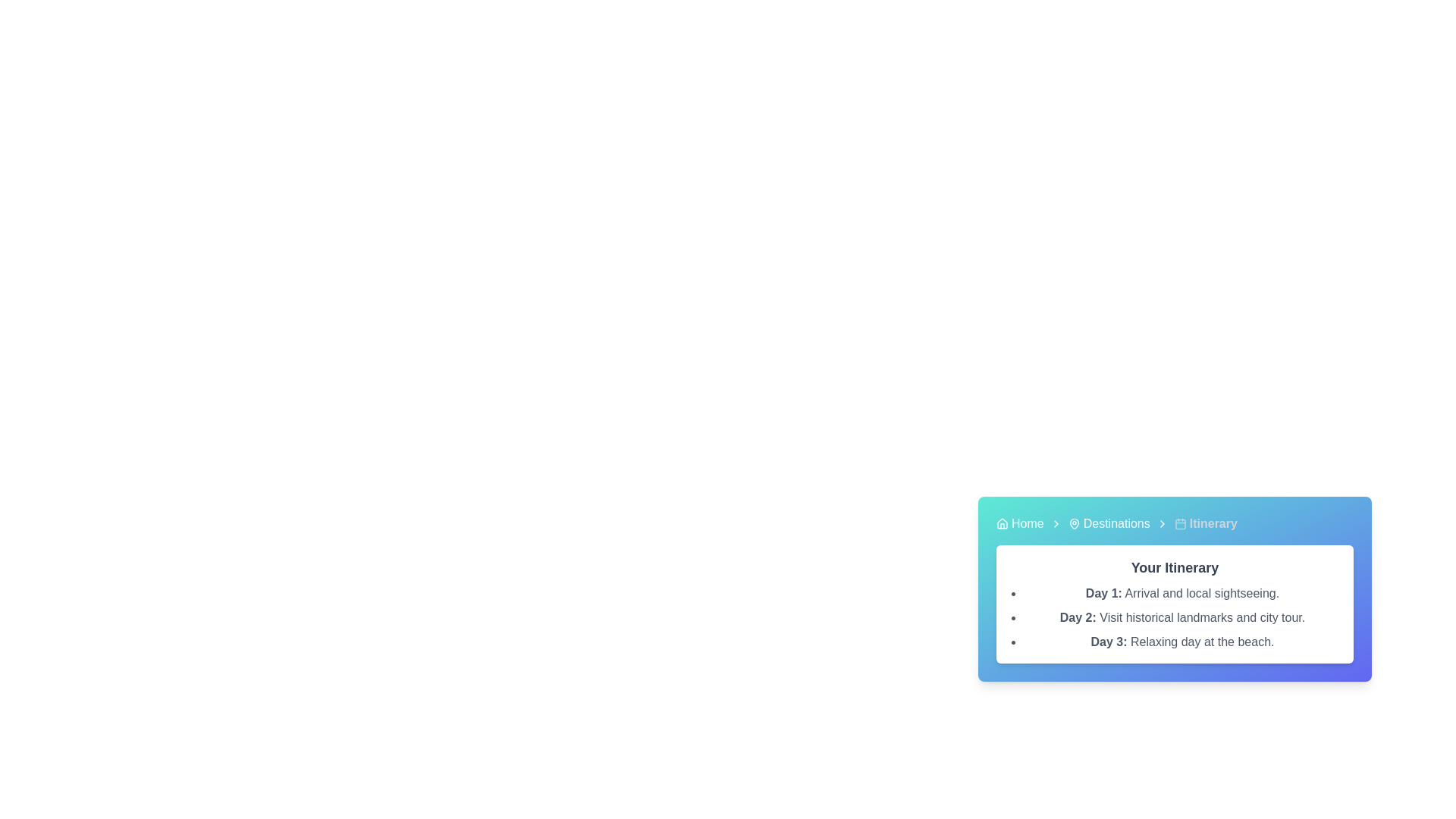  Describe the element at coordinates (1181, 642) in the screenshot. I see `informational text element describing the planned itinerary for Day 3, which details a relaxing day at the beach, located as the third entry in the bulleted list under 'Your Itinerary.'` at that location.